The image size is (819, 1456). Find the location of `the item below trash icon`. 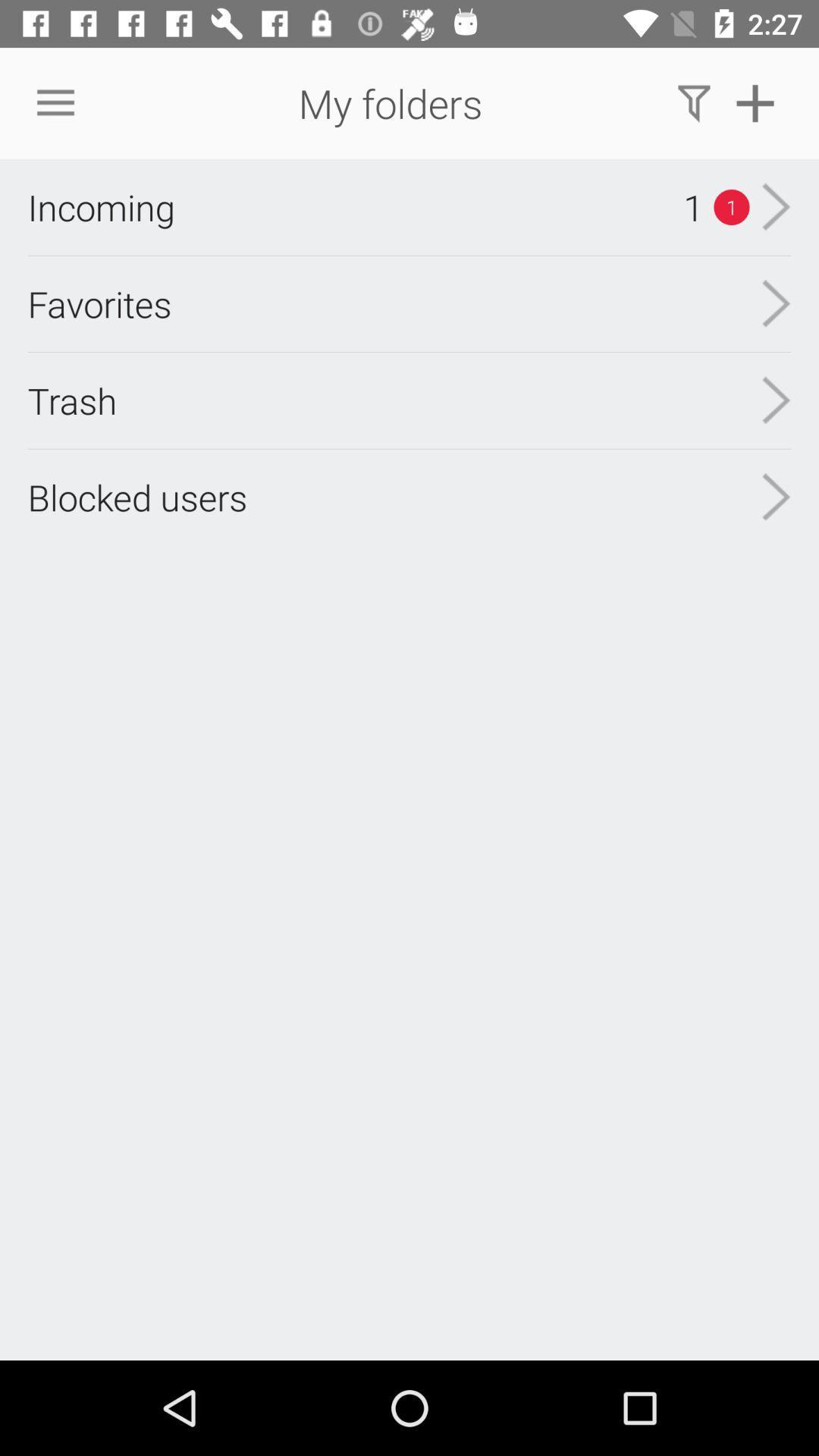

the item below trash icon is located at coordinates (137, 497).